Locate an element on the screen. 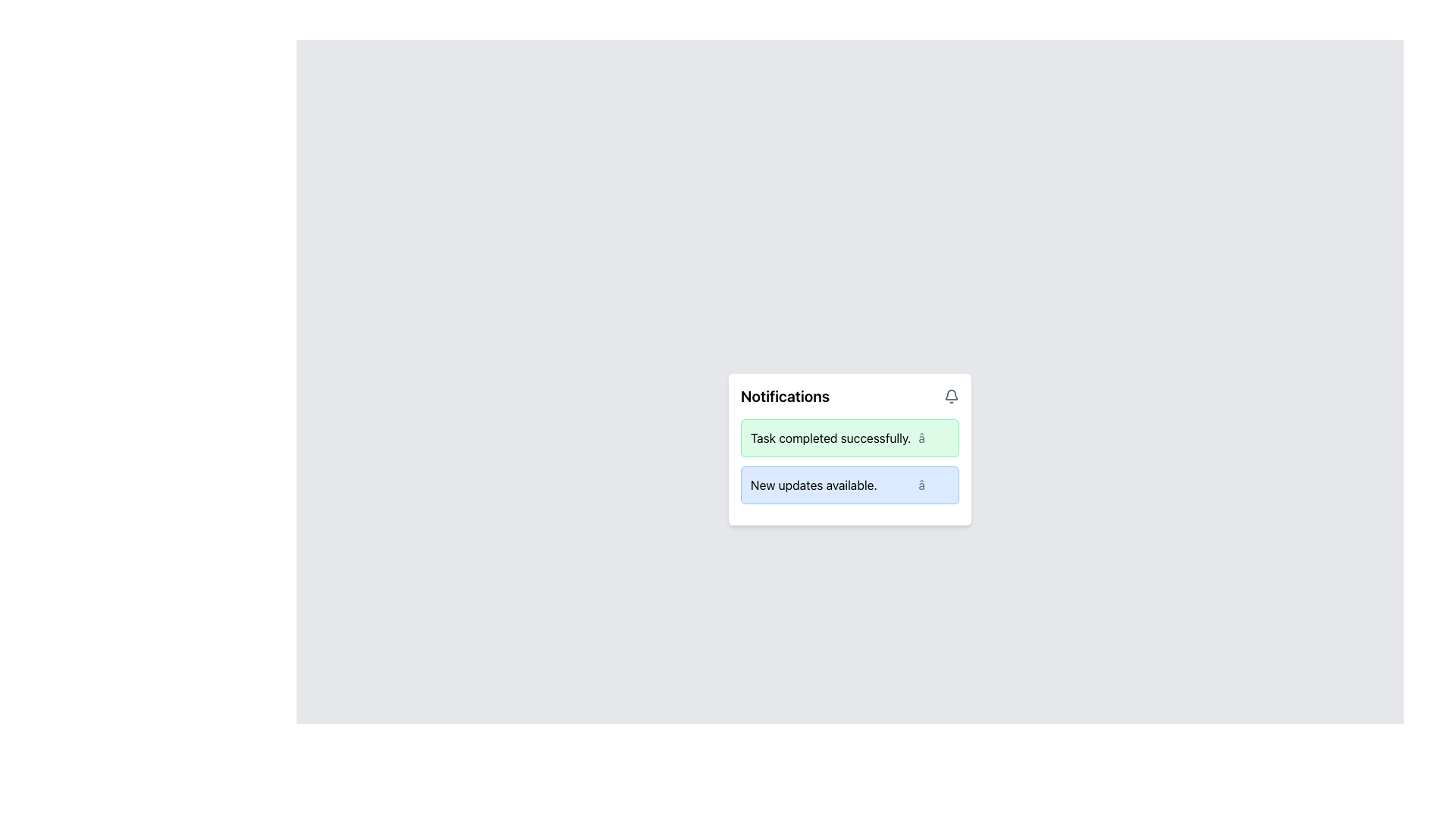 Image resolution: width=1456 pixels, height=819 pixels. the Text Label that identifies the notifications section, located at the upper section of the notification card, positioned leftmost among its siblings, next to a bell icon is located at coordinates (785, 396).